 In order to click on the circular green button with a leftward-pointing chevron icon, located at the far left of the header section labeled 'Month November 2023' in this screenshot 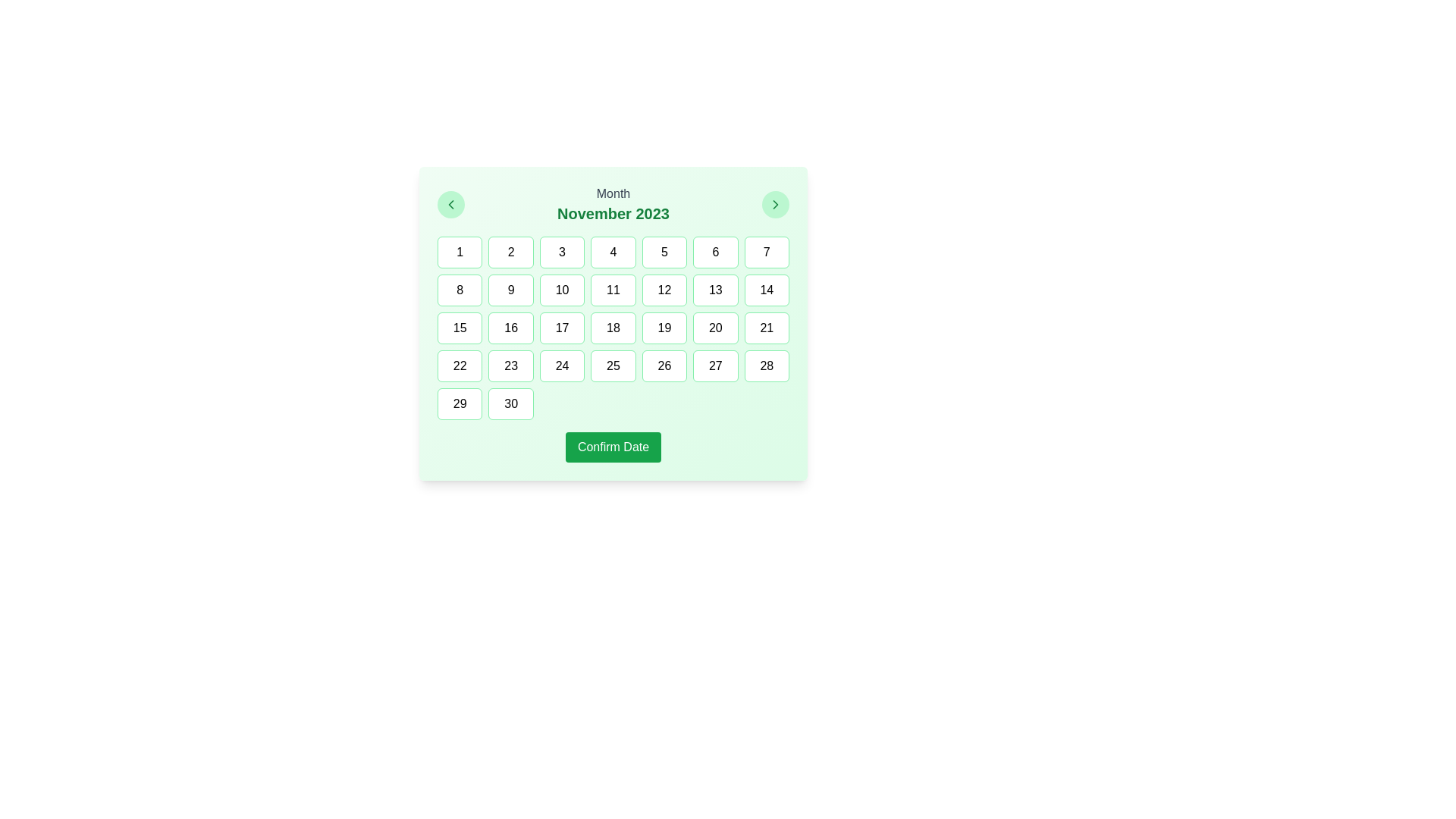, I will do `click(450, 205)`.